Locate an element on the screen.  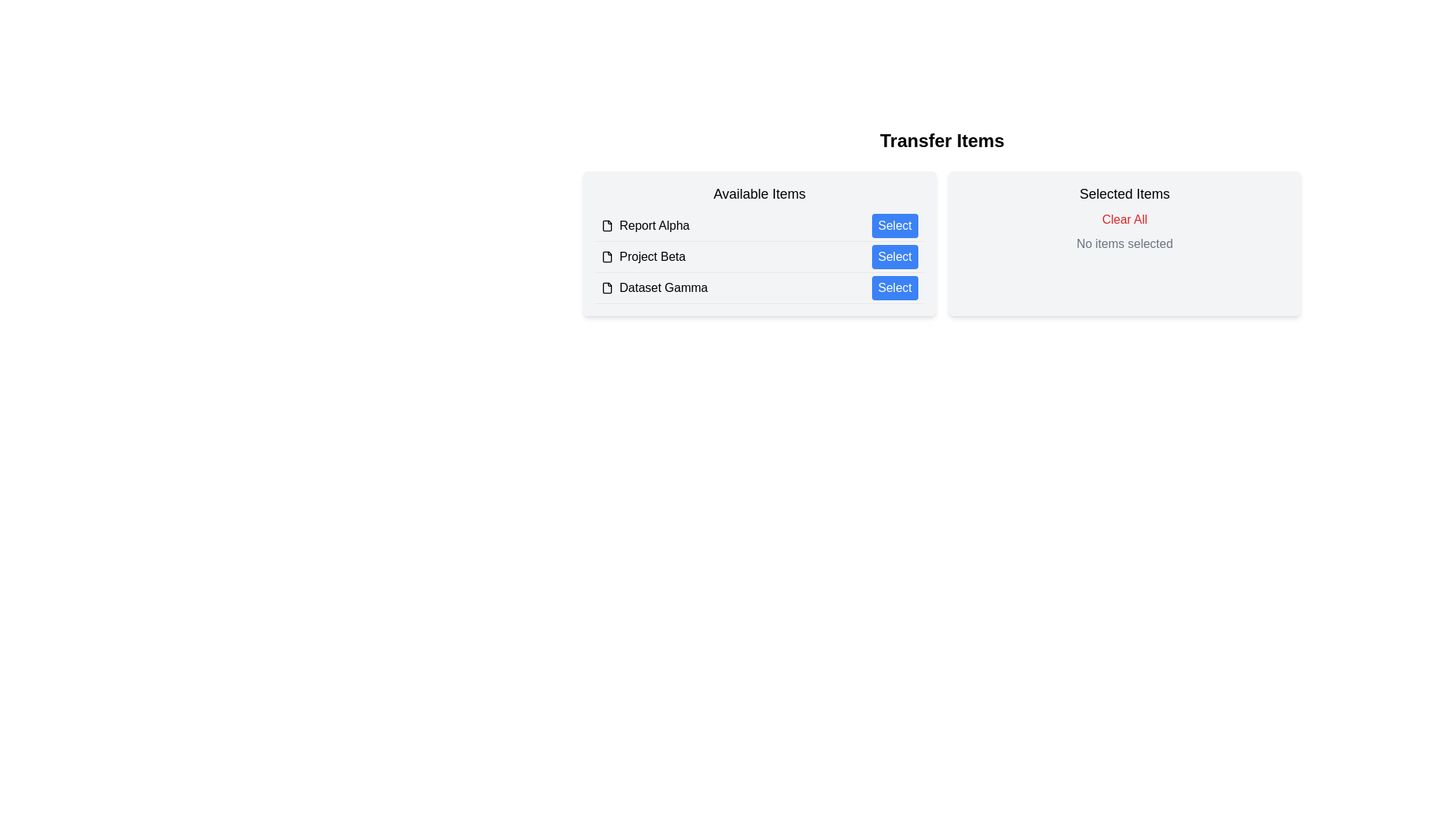
the first row under the 'Available Items' section that represents the 'Report Alpha' item is located at coordinates (759, 226).